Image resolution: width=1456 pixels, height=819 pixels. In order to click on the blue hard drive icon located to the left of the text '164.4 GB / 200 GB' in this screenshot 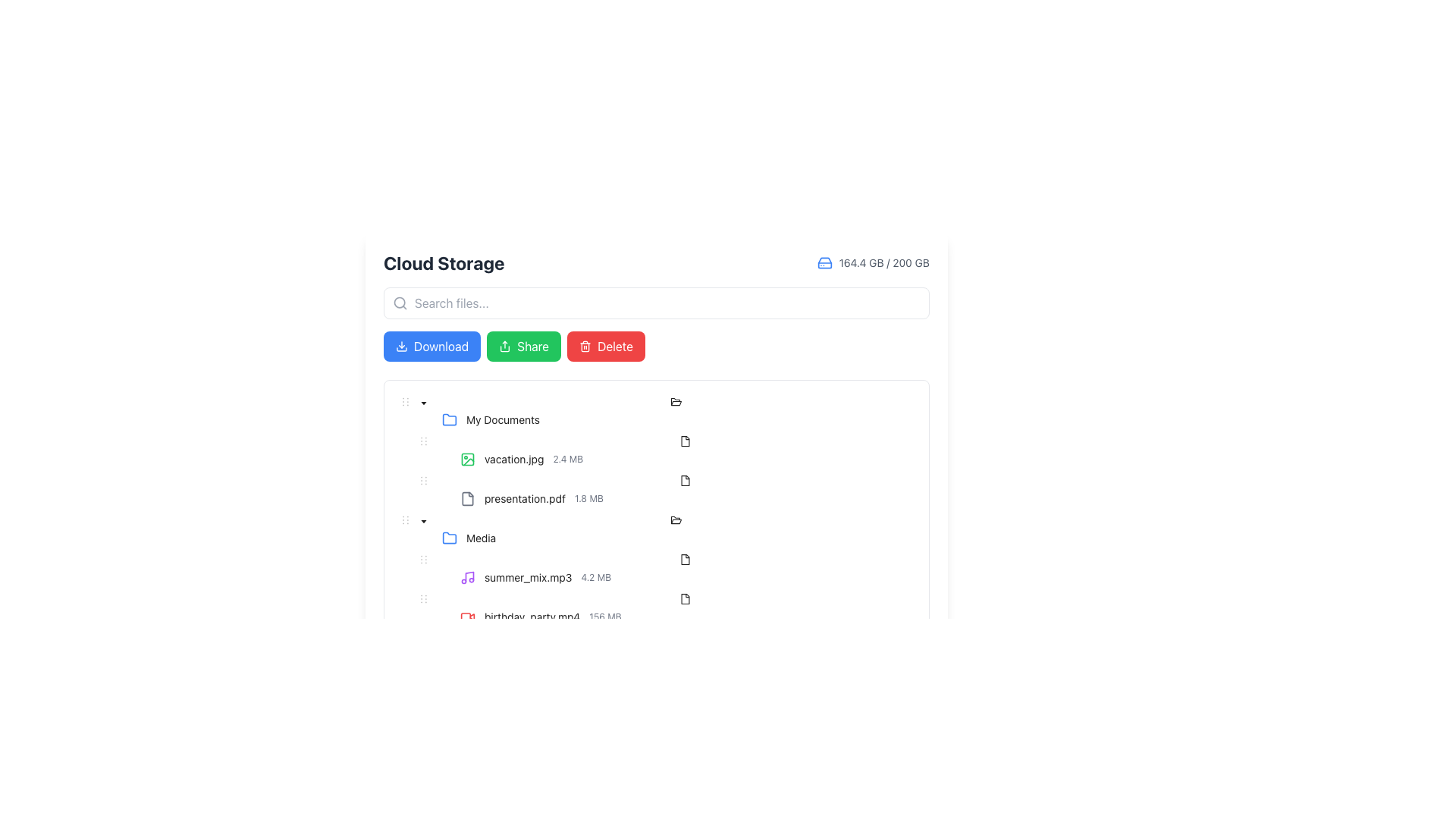, I will do `click(824, 262)`.